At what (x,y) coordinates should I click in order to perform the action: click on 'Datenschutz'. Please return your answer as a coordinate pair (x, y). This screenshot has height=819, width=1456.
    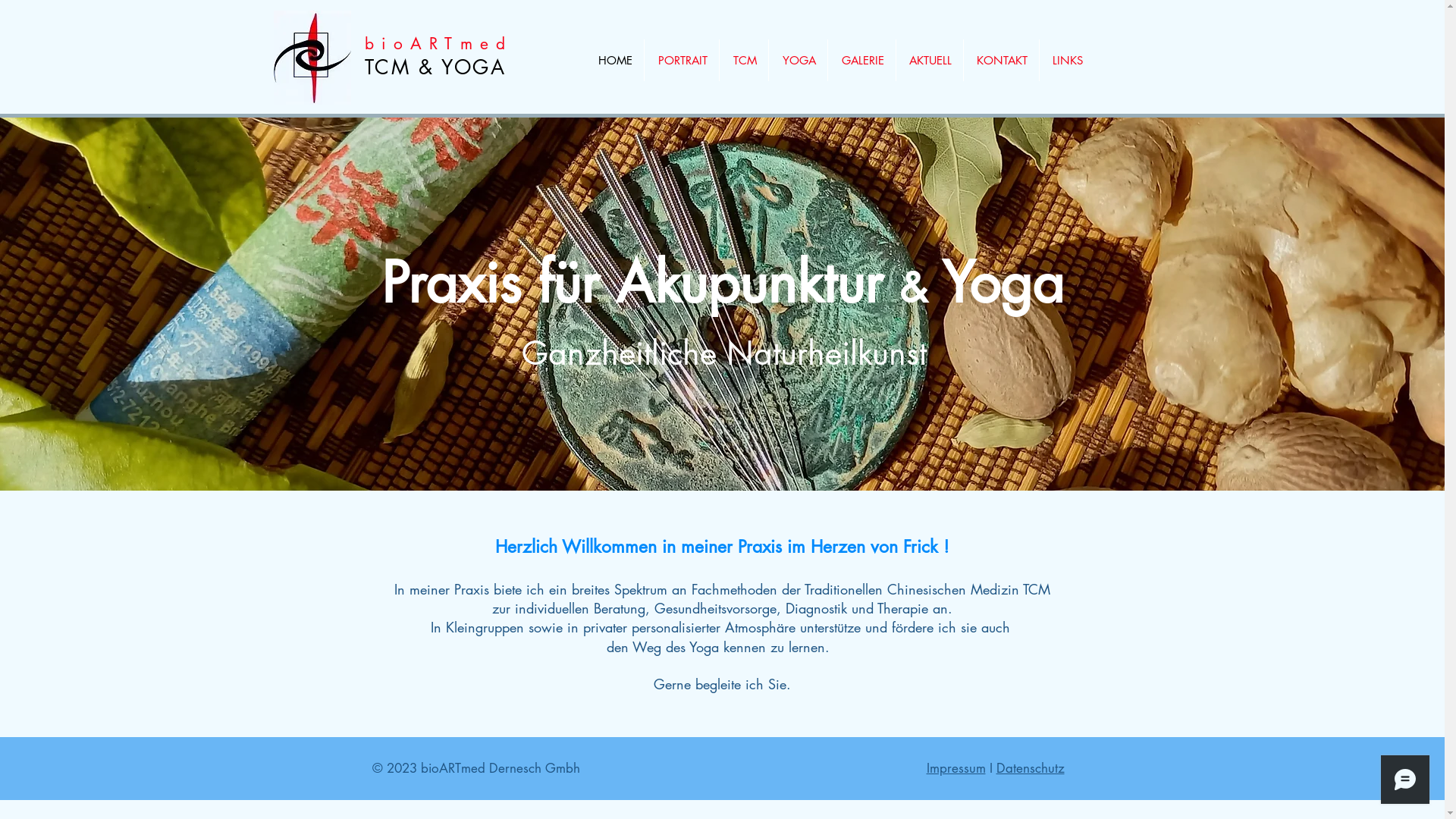
    Looking at the image, I should click on (1030, 768).